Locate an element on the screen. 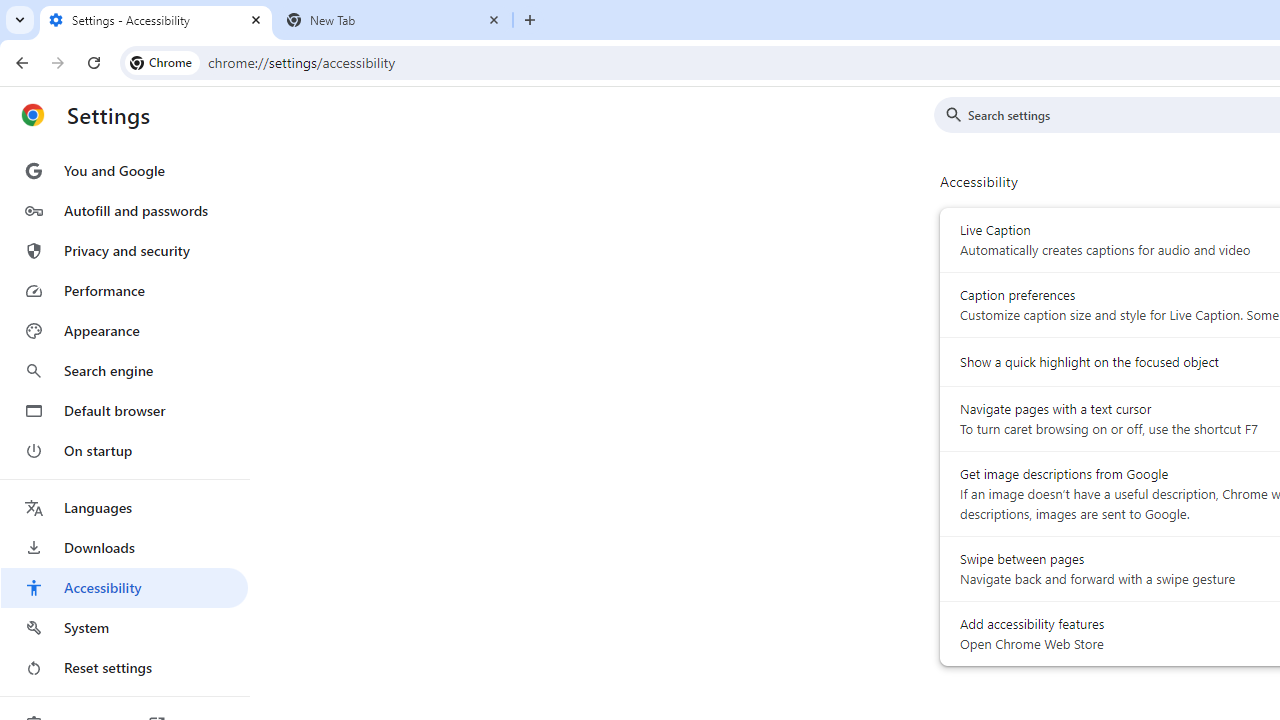  'On startup' is located at coordinates (123, 451).